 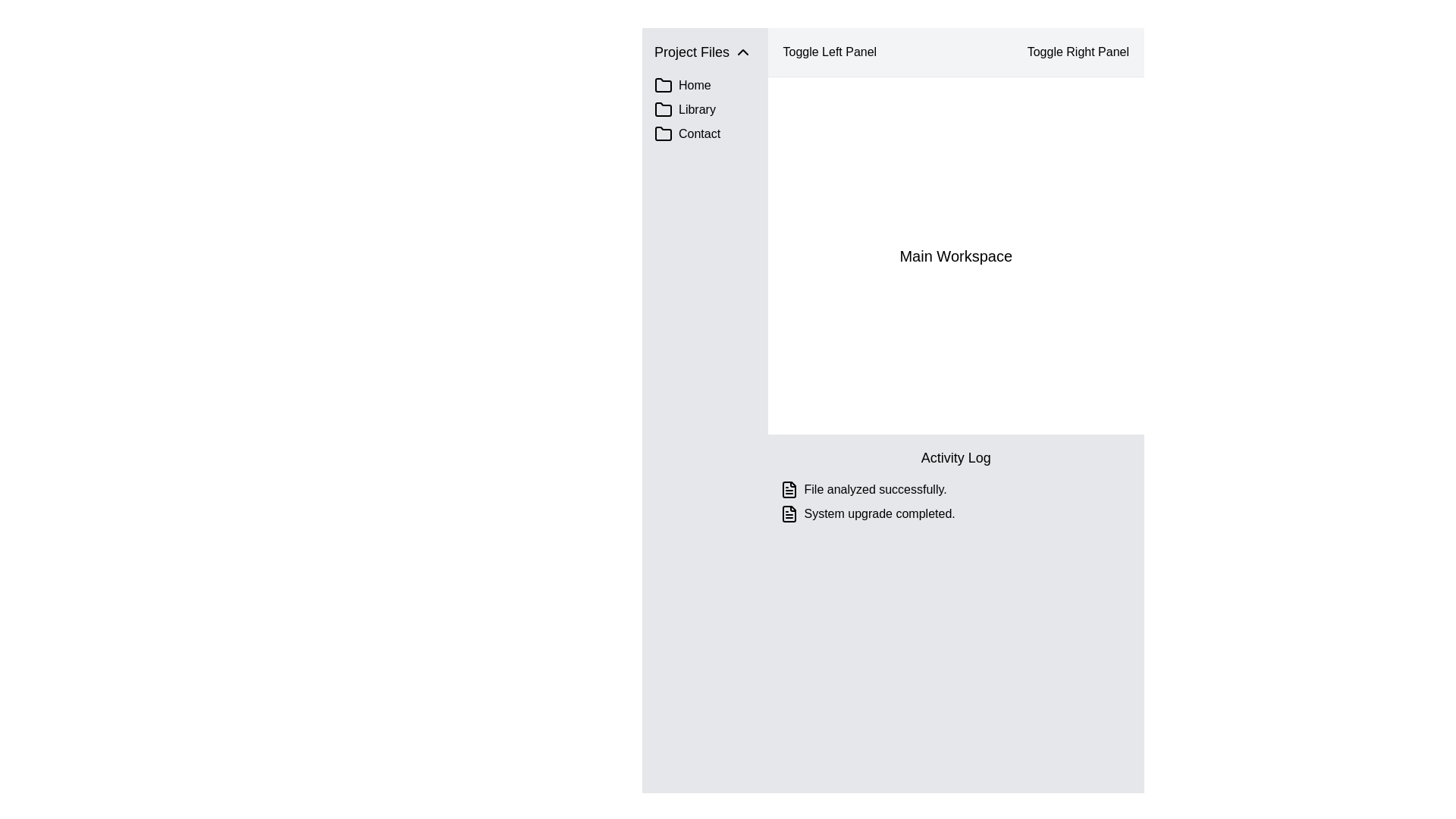 What do you see at coordinates (663, 133) in the screenshot?
I see `the third folder icon` at bounding box center [663, 133].